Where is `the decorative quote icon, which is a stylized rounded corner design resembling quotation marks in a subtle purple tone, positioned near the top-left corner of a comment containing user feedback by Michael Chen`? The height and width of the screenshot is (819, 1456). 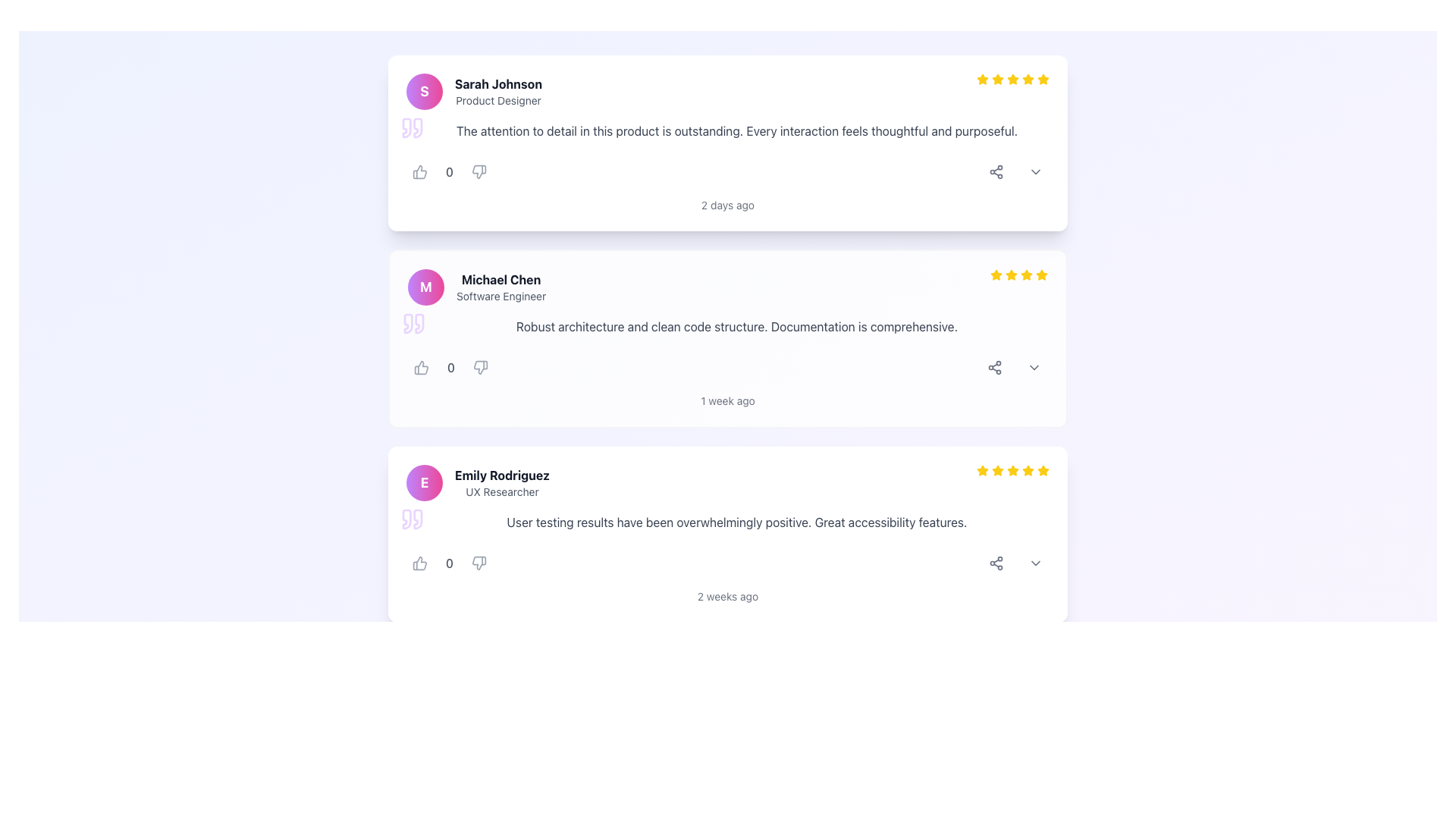 the decorative quote icon, which is a stylized rounded corner design resembling quotation marks in a subtle purple tone, positioned near the top-left corner of a comment containing user feedback by Michael Chen is located at coordinates (414, 323).